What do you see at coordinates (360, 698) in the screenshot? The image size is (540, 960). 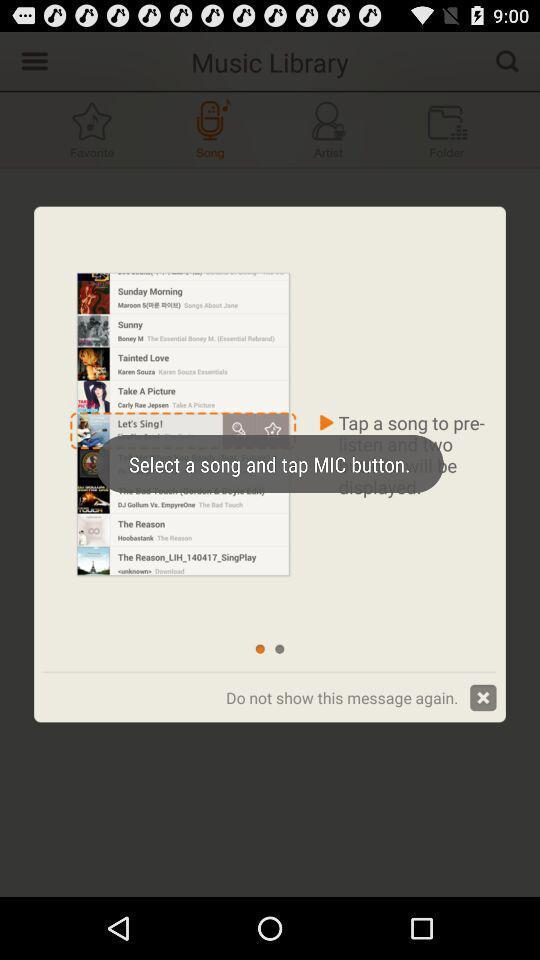 I see `the text which is bottom of right corner` at bounding box center [360, 698].